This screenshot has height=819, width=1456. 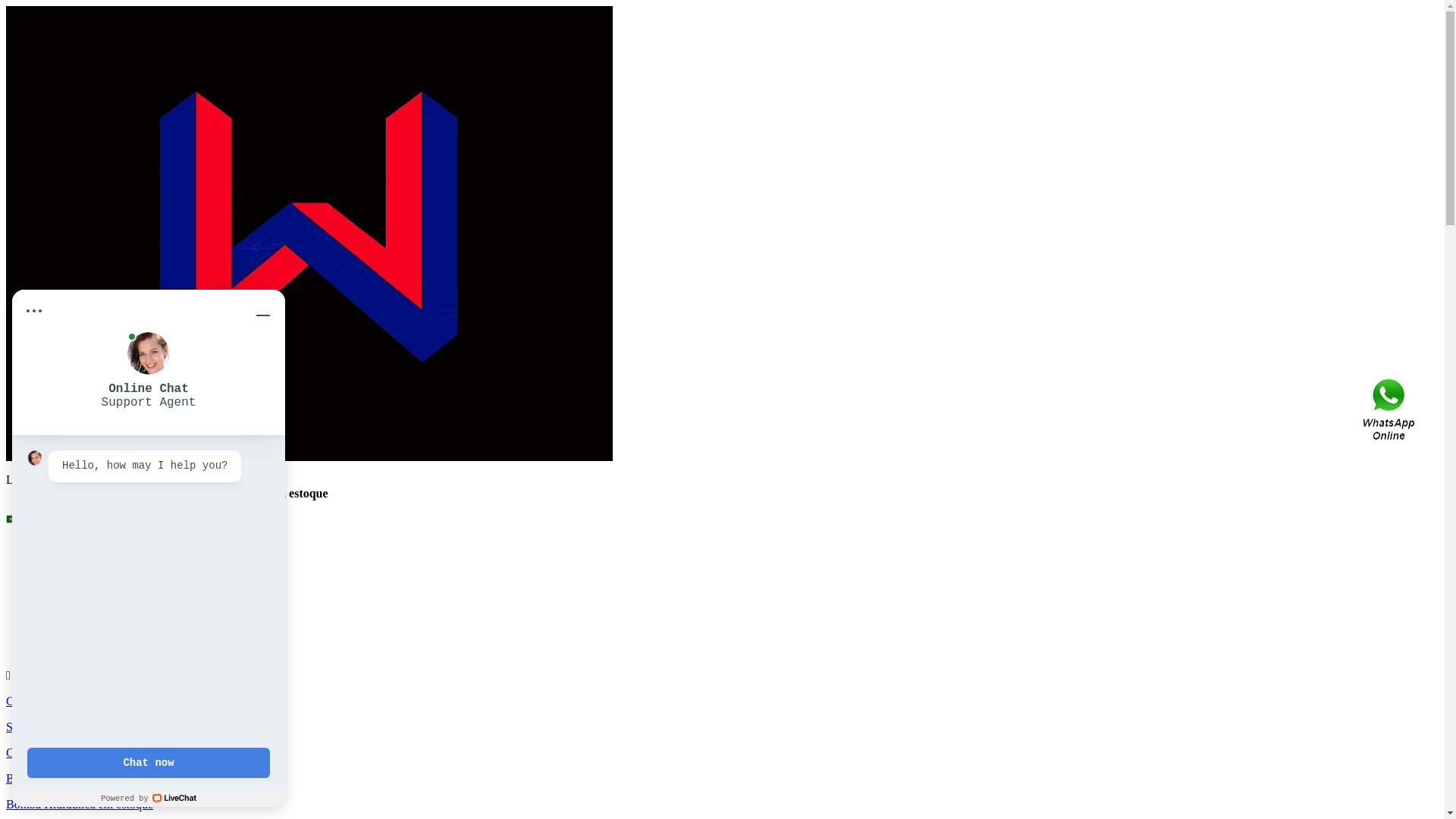 I want to click on 'Bombas de Engrenagem', so click(x=65, y=572).